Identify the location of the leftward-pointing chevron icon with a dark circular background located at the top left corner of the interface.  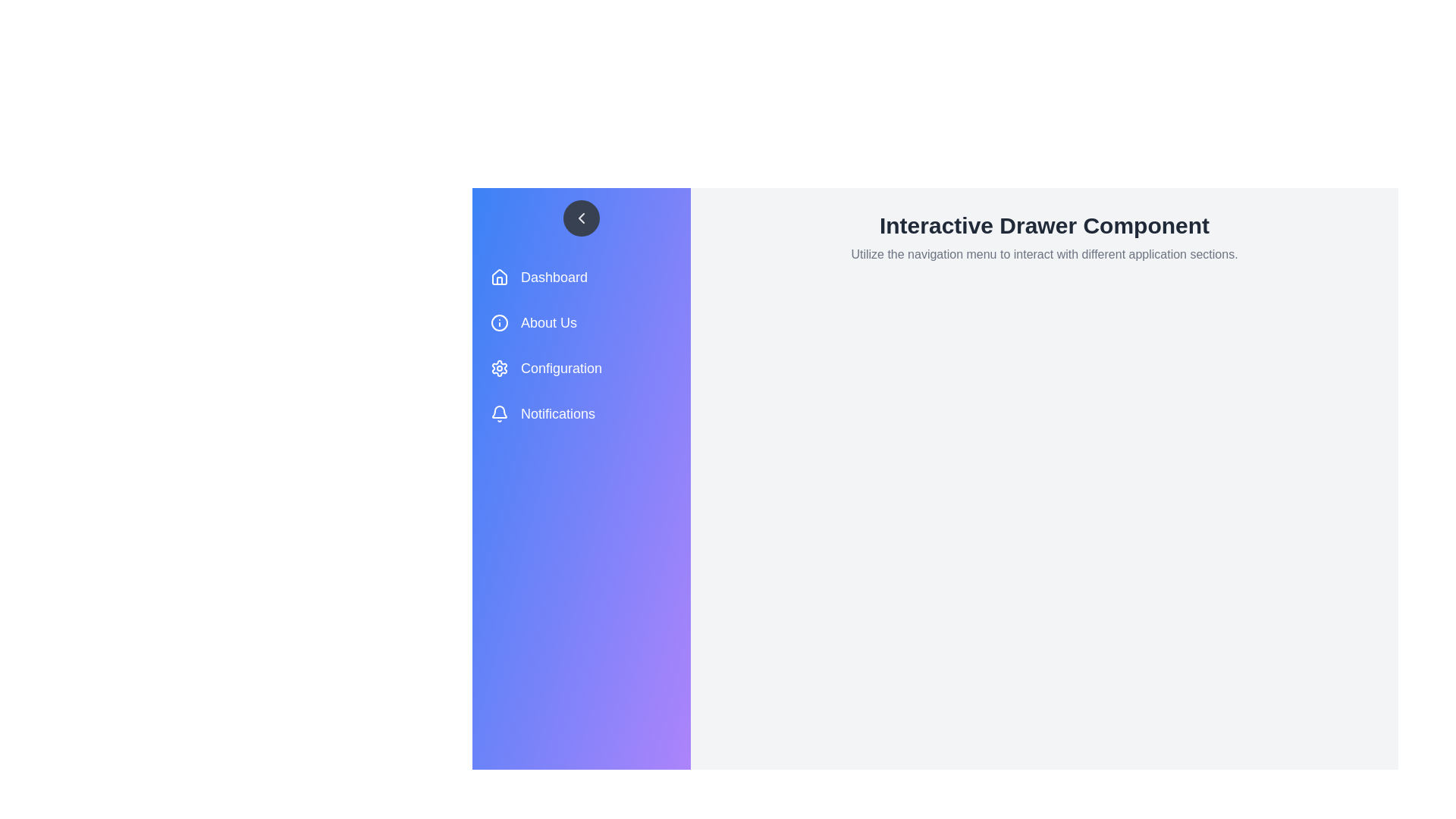
(581, 218).